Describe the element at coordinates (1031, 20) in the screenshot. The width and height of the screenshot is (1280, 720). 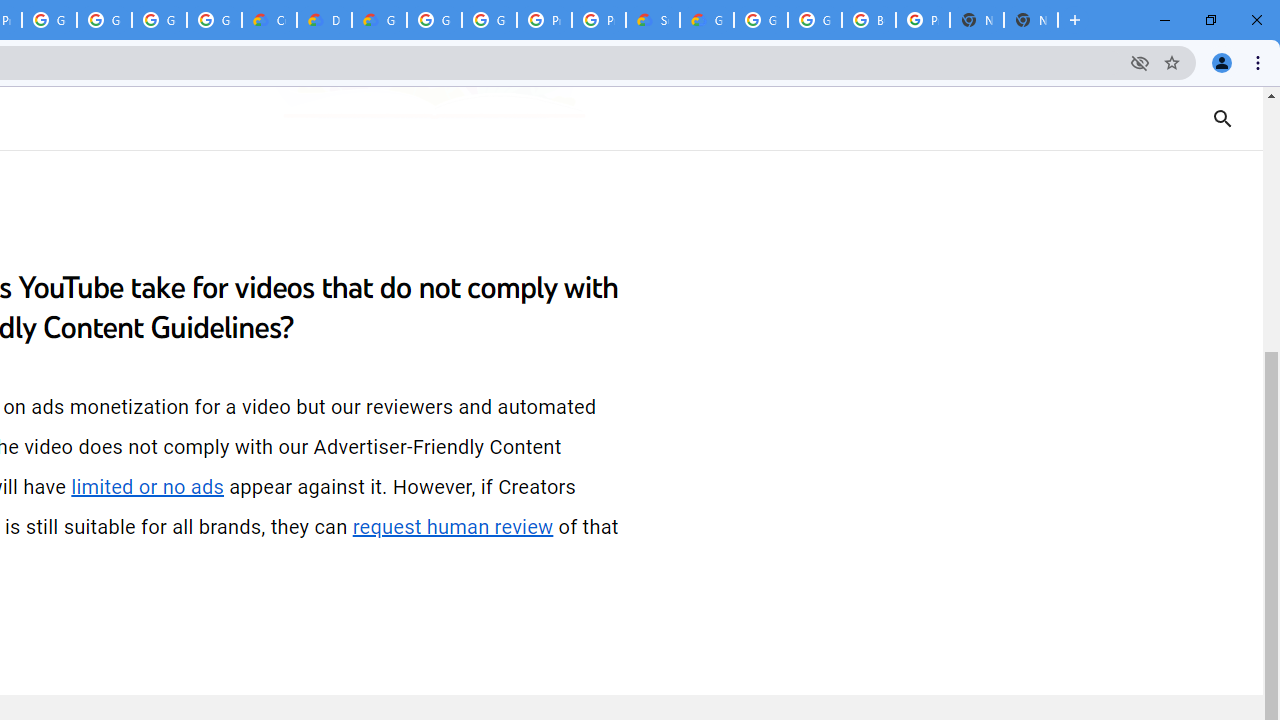
I see `'New Tab'` at that location.